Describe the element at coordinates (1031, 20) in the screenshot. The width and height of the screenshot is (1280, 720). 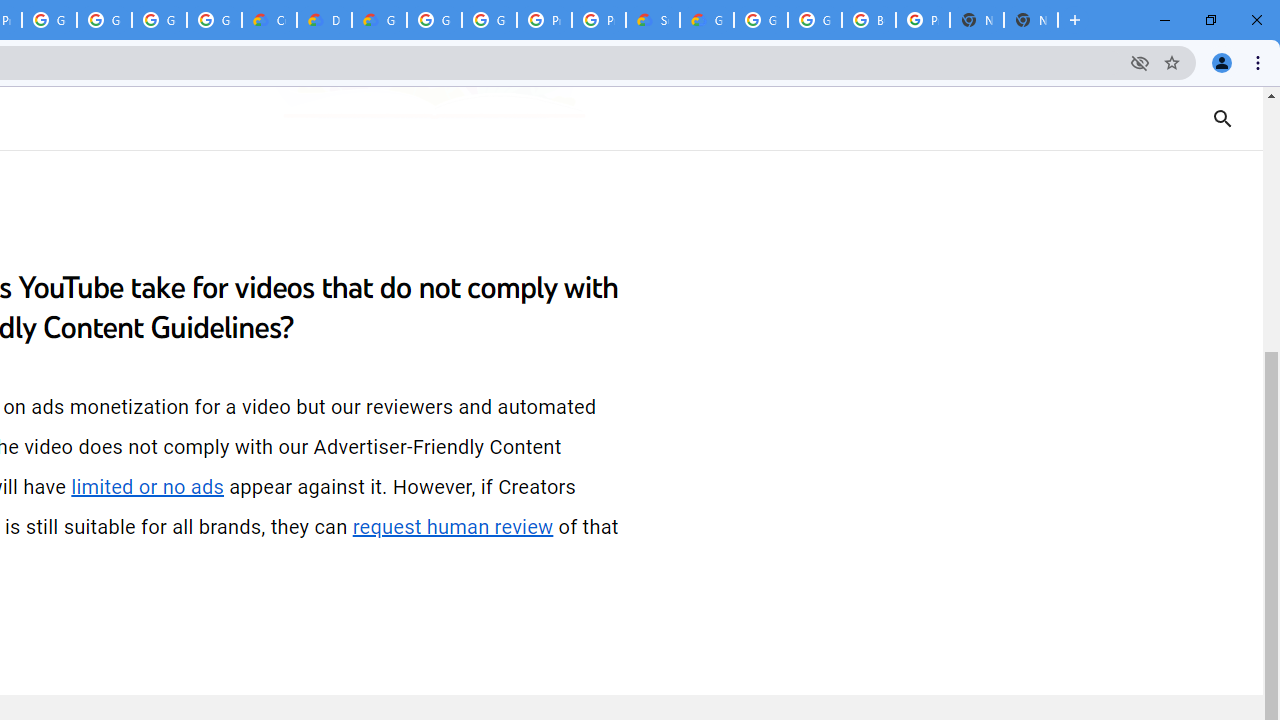
I see `'New Tab'` at that location.